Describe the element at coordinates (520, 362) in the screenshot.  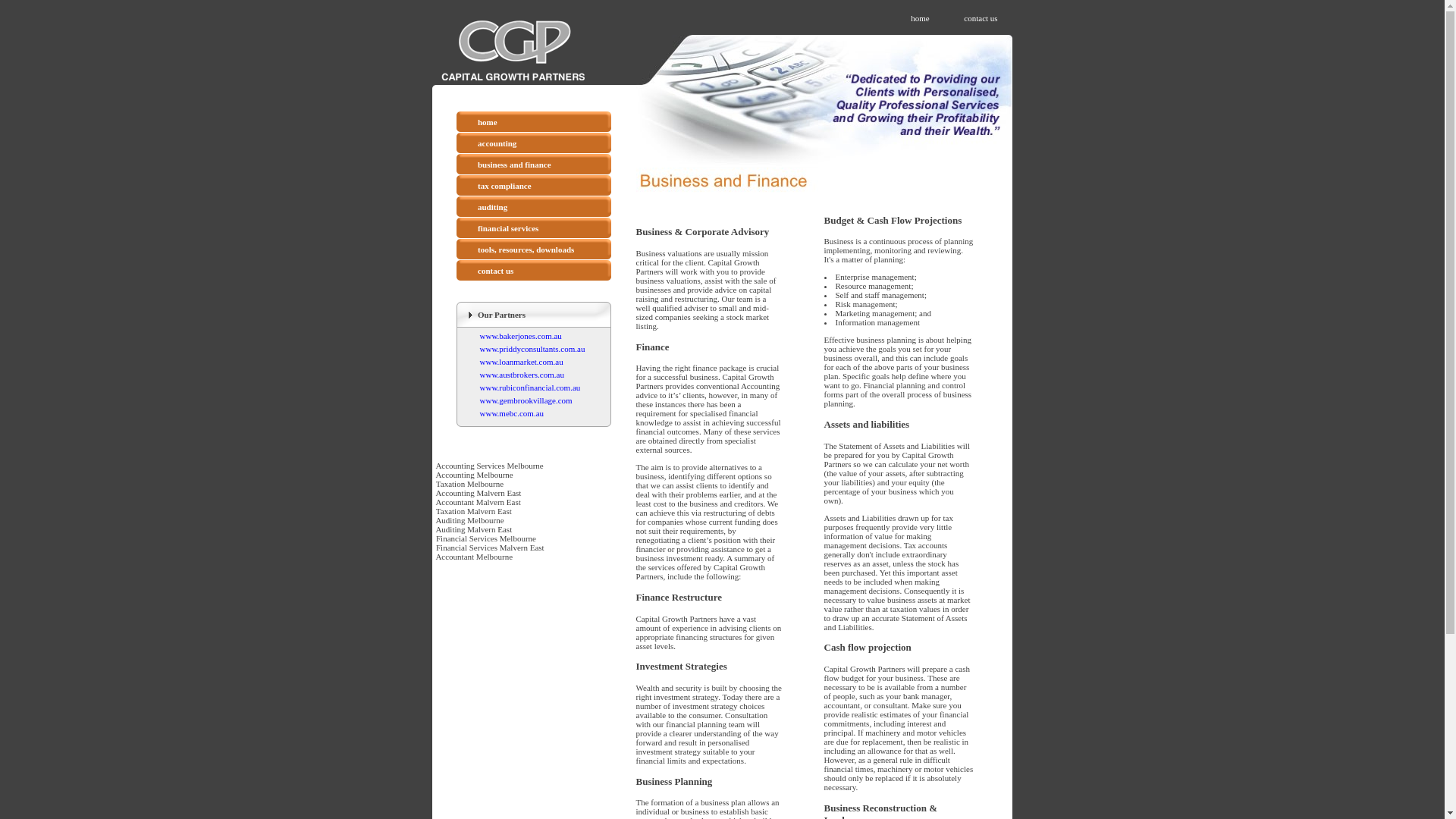
I see `'www.loanmarket.com.au'` at that location.